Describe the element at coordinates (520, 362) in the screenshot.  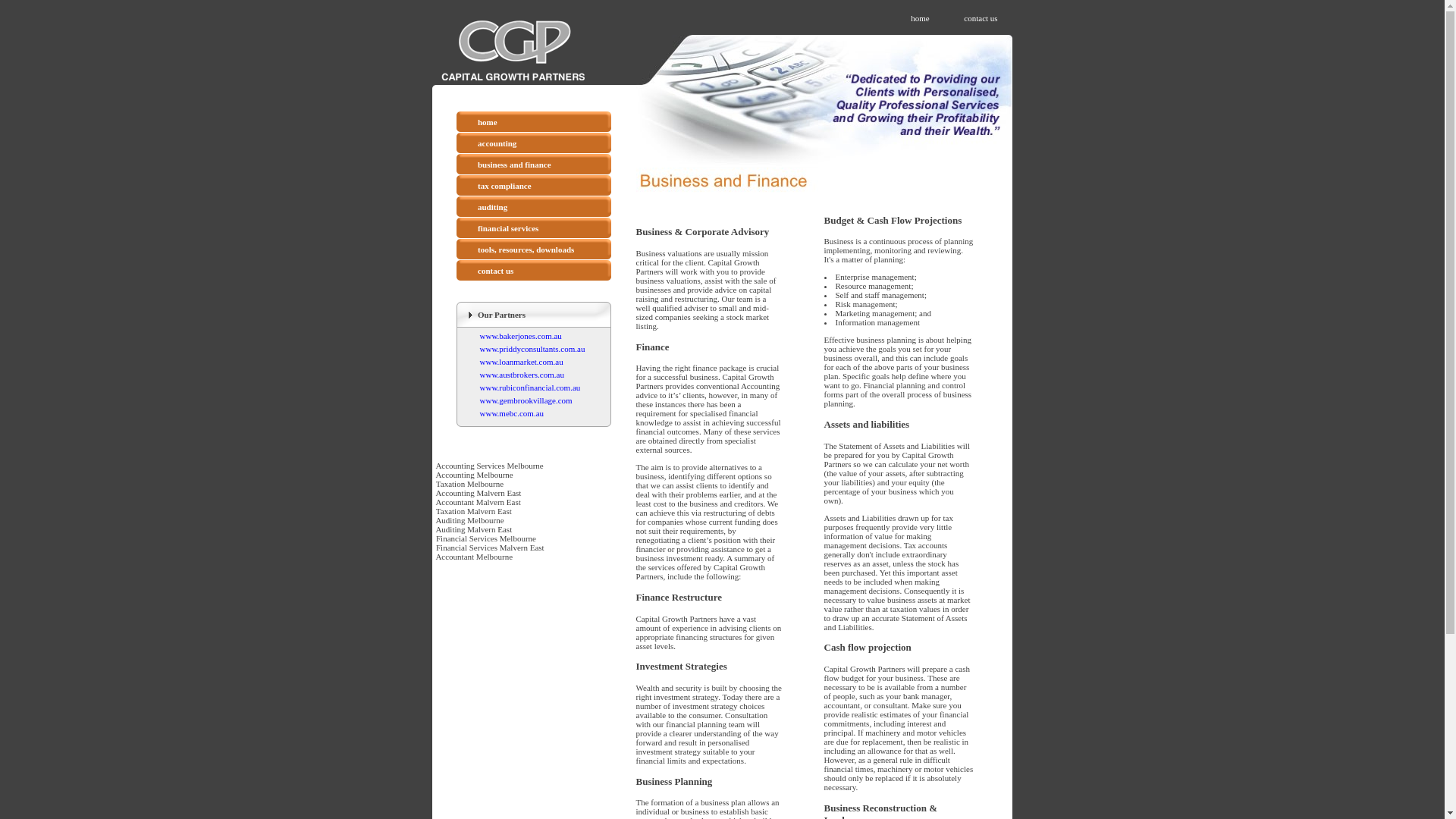
I see `'www.loanmarket.com.au'` at that location.